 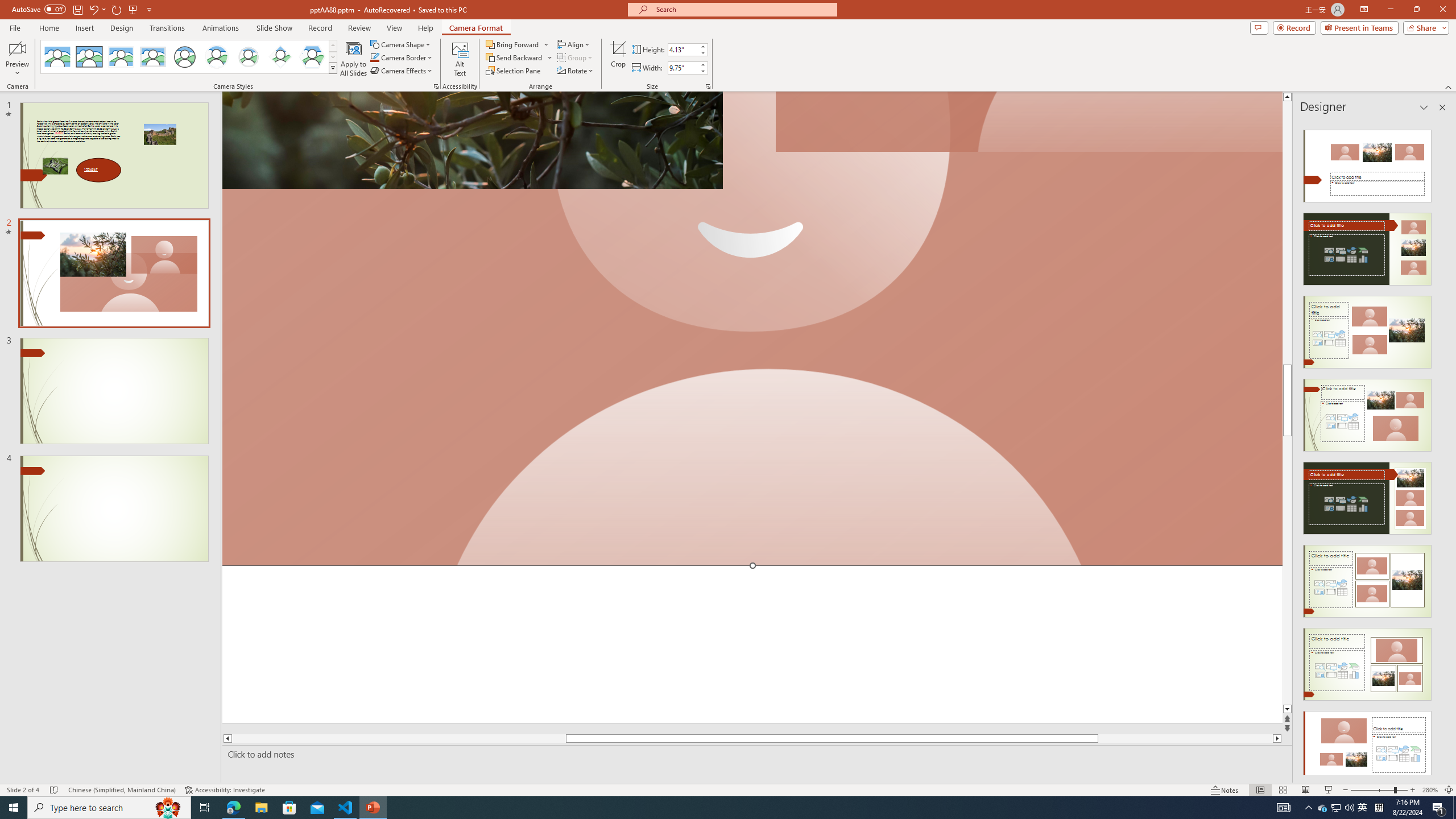 I want to click on 'Soft Edge Rectangle', so click(x=152, y=56).